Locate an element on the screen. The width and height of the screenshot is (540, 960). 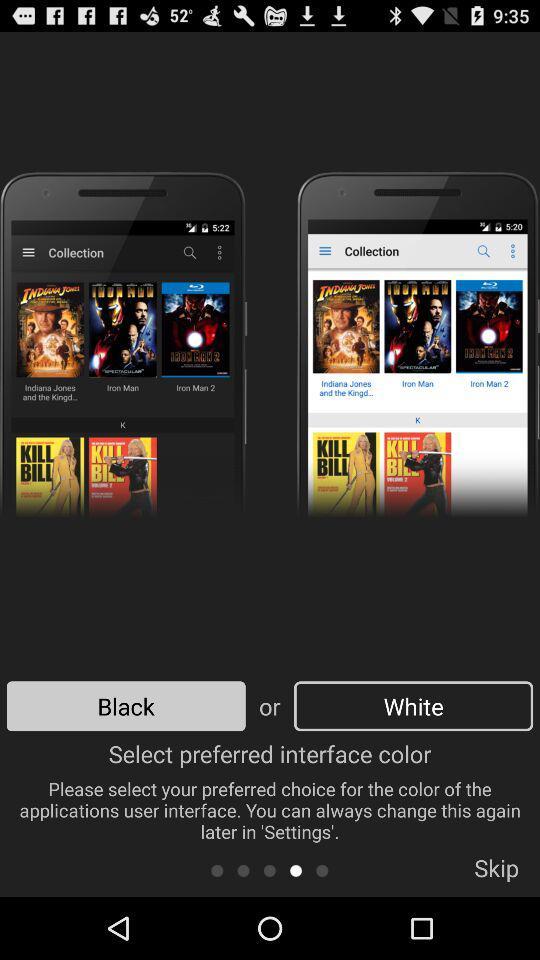
item below the select preferred interface item is located at coordinates (322, 869).